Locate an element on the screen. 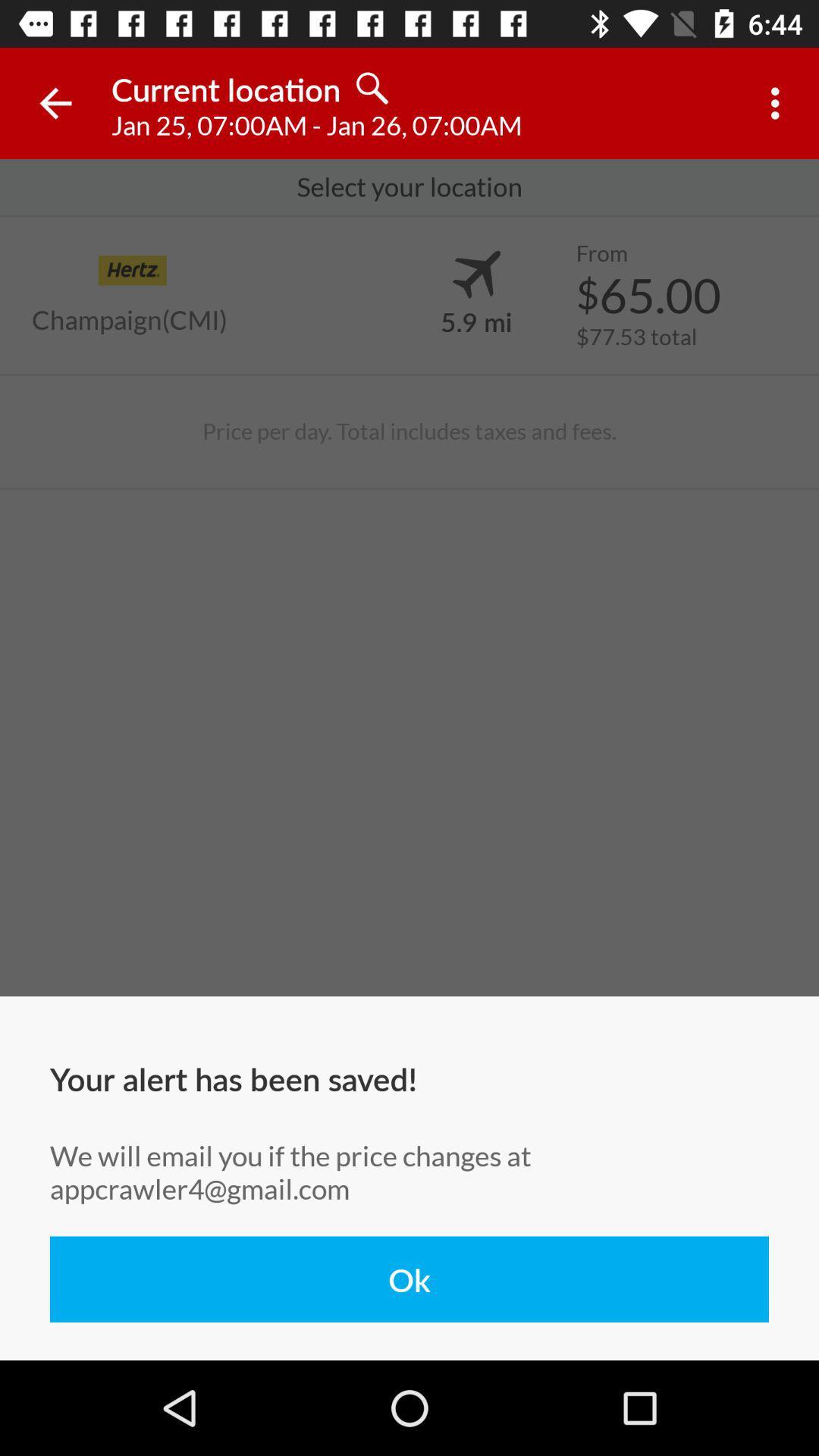  the icon to the left of the $65.00 is located at coordinates (475, 320).